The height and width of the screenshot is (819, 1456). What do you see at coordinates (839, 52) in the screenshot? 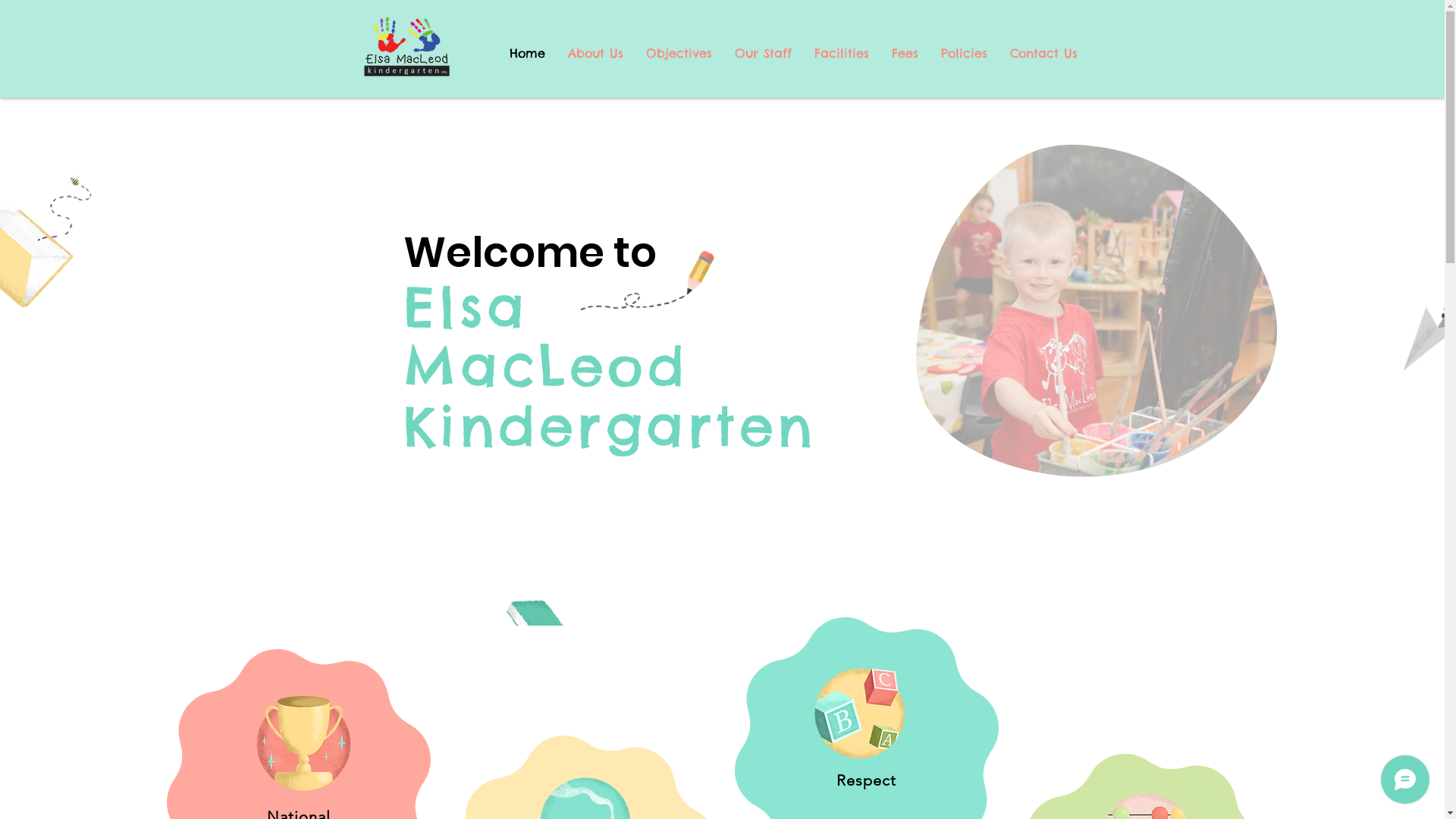
I see `'Facilities'` at bounding box center [839, 52].